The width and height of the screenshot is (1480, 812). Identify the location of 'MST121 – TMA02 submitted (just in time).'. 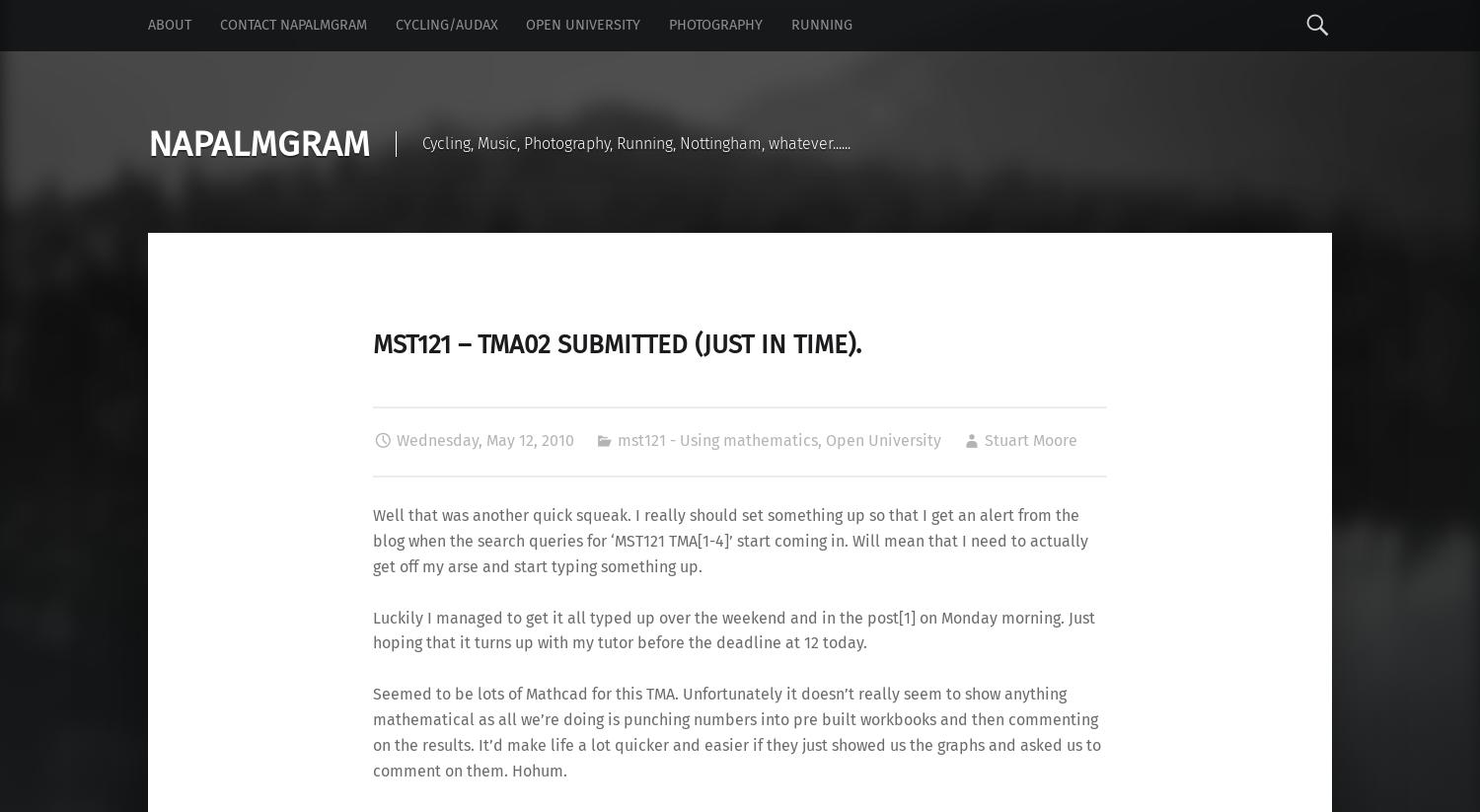
(617, 343).